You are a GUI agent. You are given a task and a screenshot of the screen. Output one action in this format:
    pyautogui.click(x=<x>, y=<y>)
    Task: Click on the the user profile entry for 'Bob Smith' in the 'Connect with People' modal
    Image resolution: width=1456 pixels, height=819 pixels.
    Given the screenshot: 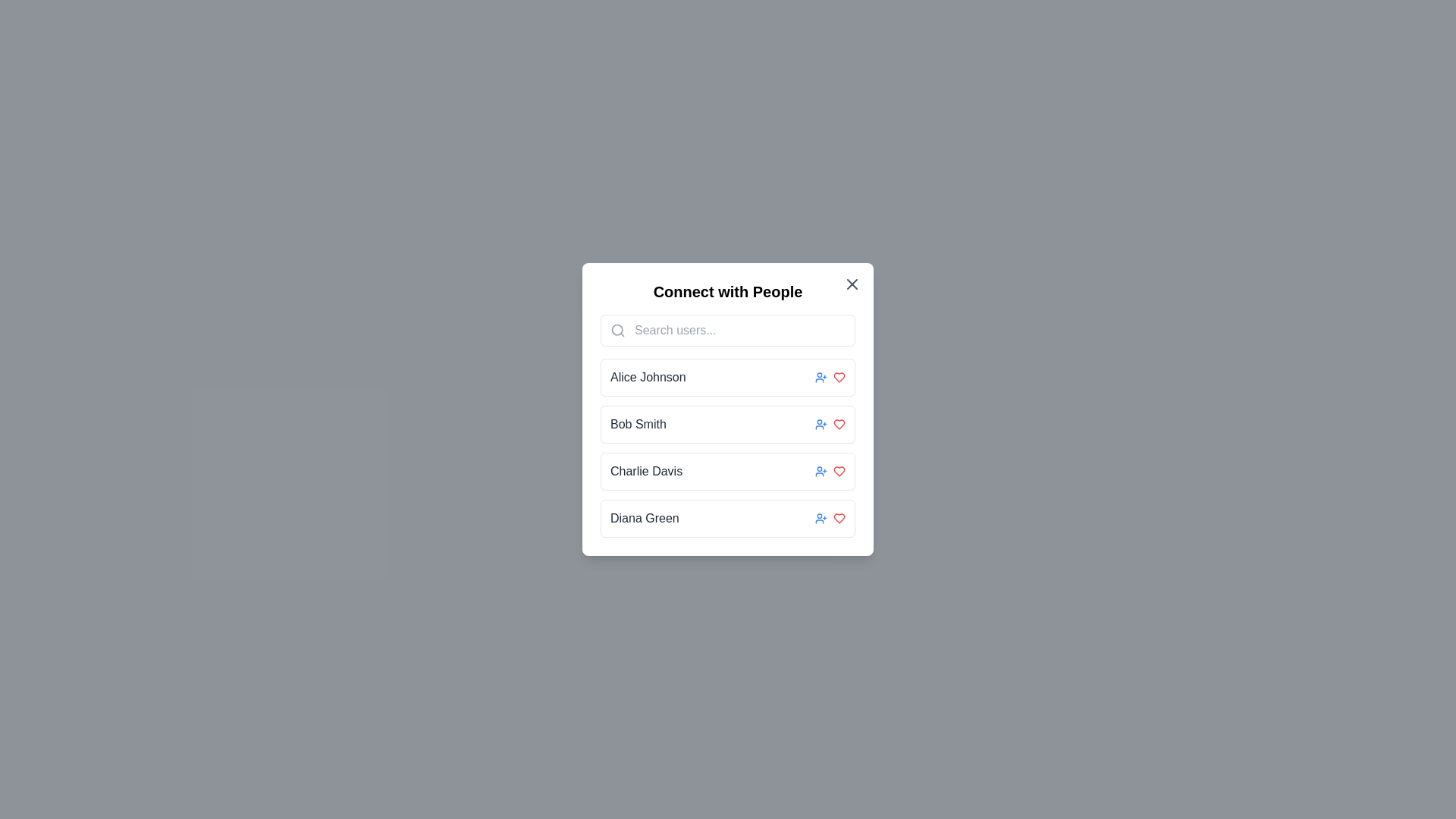 What is the action you would take?
    pyautogui.click(x=728, y=424)
    